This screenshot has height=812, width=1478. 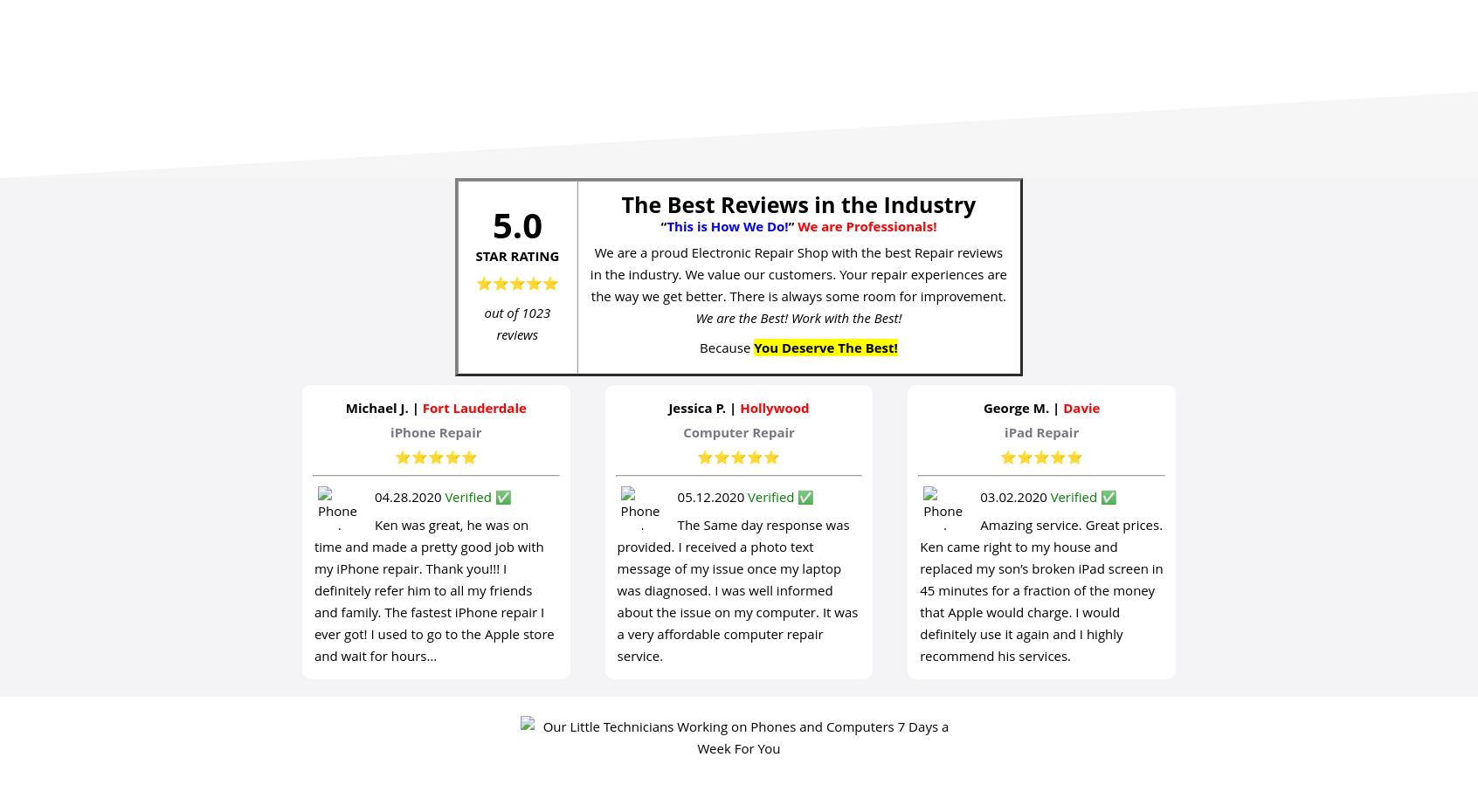 What do you see at coordinates (515, 224) in the screenshot?
I see `'5.0'` at bounding box center [515, 224].